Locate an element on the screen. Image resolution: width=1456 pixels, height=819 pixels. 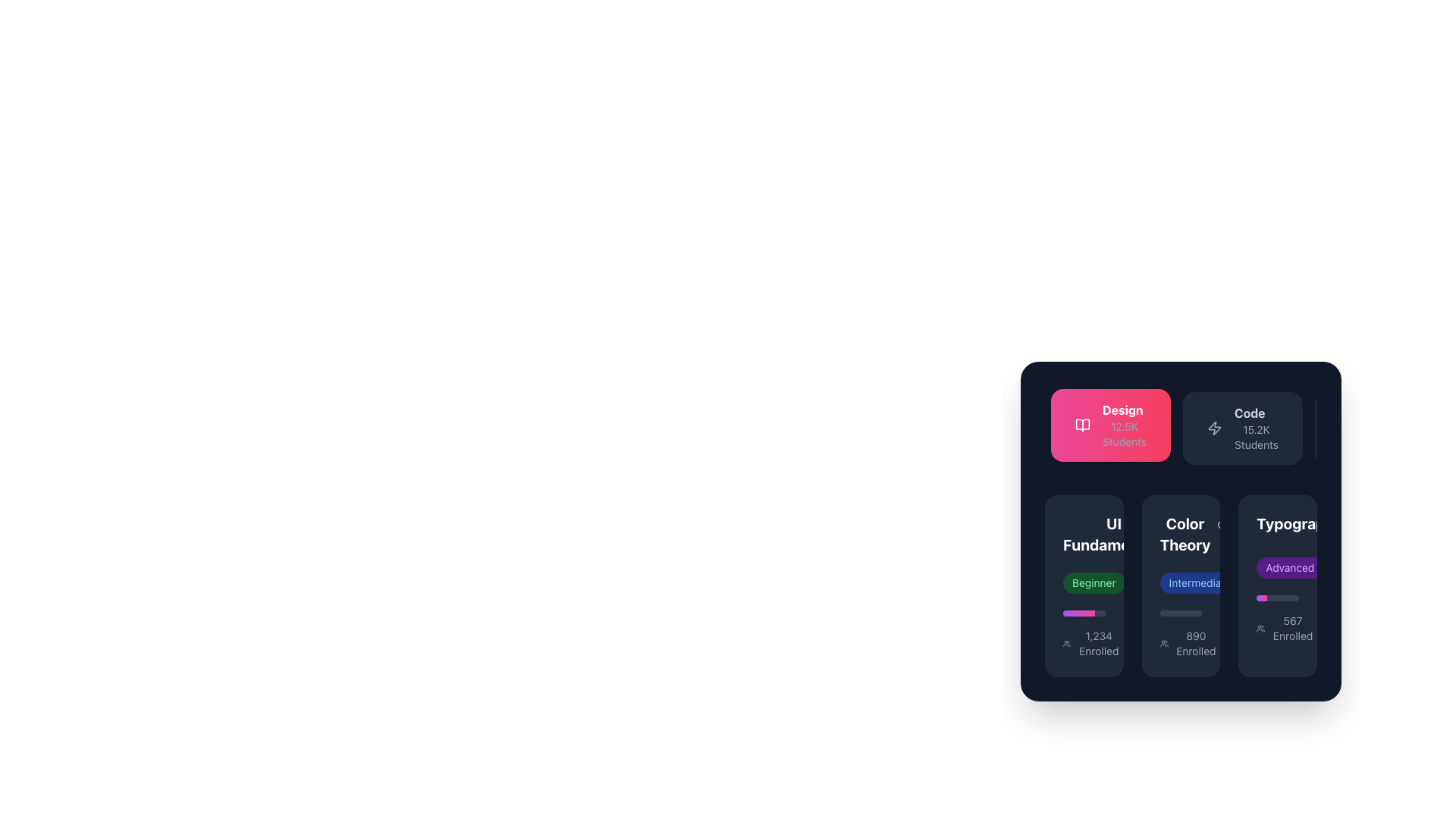
text label displaying '2h 15m' which is styled with light-colored text on a dark background, located in the bottom-left region of the interface alongside a clock icon is located at coordinates (1159, 582).